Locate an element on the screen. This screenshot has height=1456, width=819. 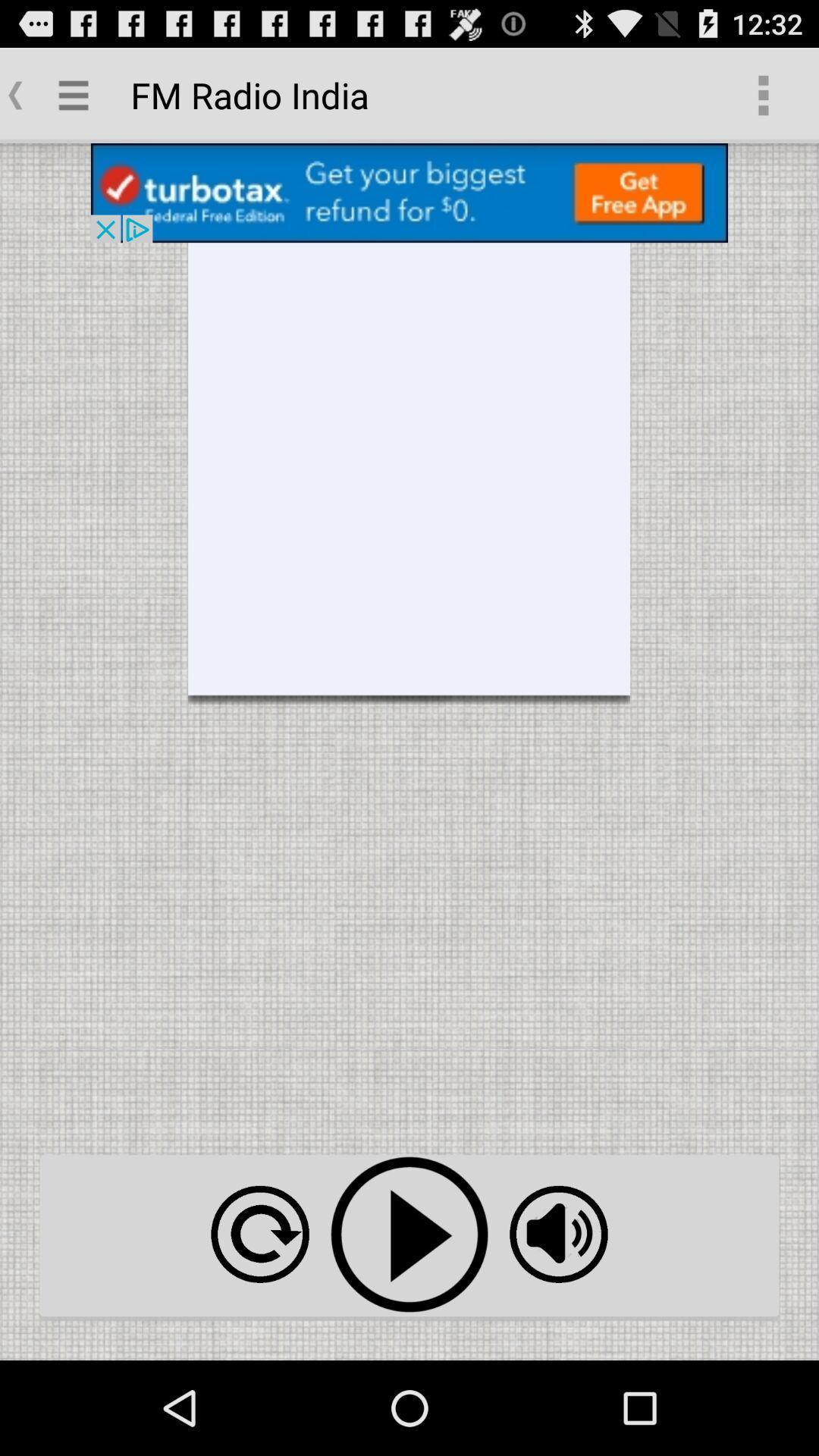
item at the bottom left corner is located at coordinates (259, 1234).